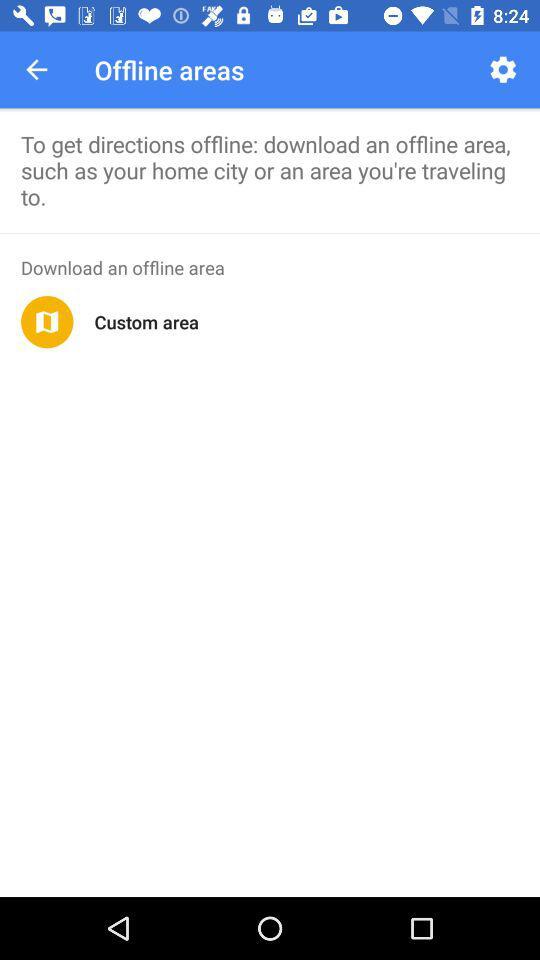 The height and width of the screenshot is (960, 540). Describe the element at coordinates (502, 69) in the screenshot. I see `the icon to the right of offline areas app` at that location.